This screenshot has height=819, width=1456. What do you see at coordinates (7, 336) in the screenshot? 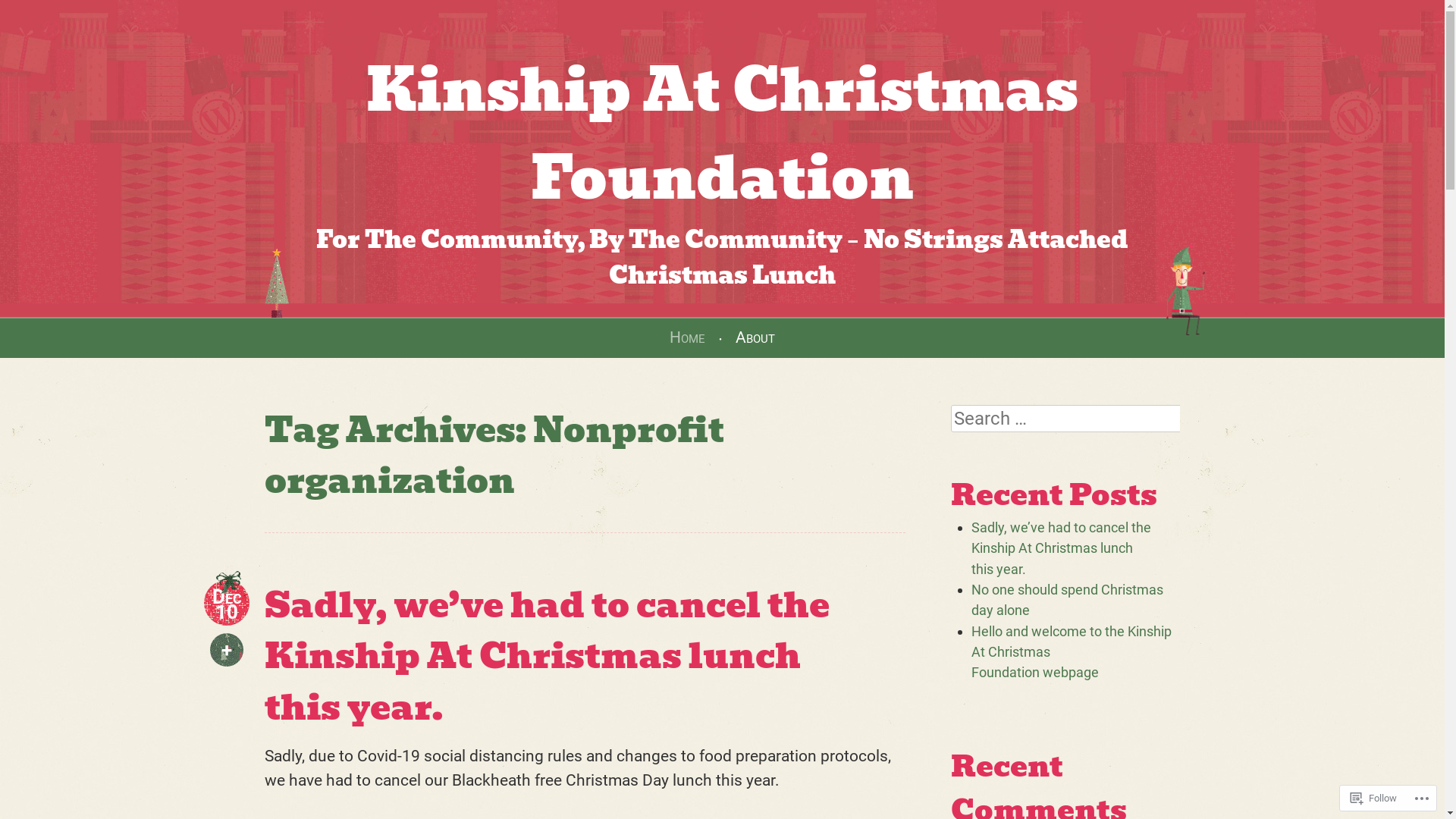
I see `'Skip to content'` at bounding box center [7, 336].